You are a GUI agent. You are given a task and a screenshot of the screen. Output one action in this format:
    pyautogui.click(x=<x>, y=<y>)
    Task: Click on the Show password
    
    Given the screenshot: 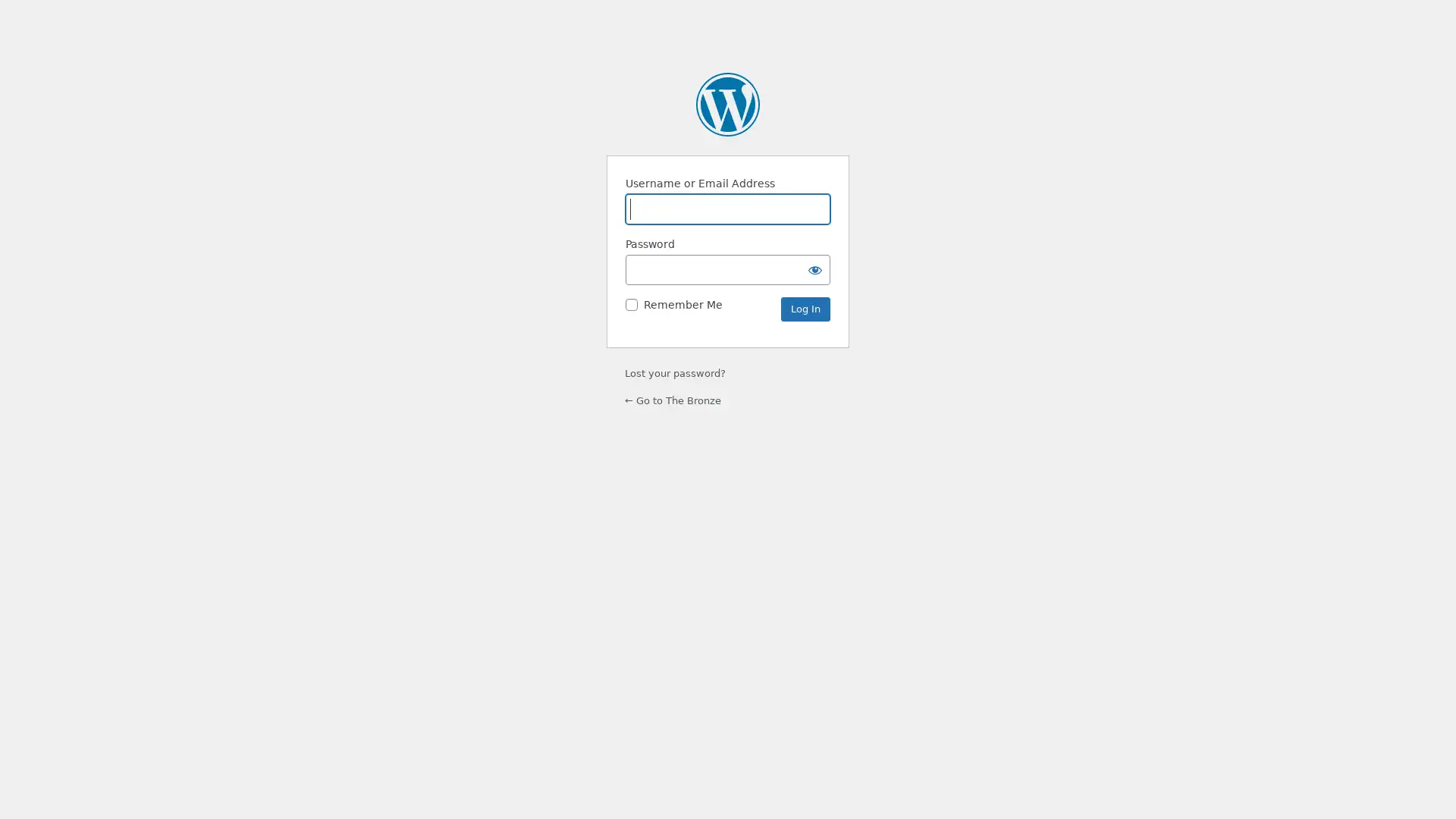 What is the action you would take?
    pyautogui.click(x=814, y=268)
    